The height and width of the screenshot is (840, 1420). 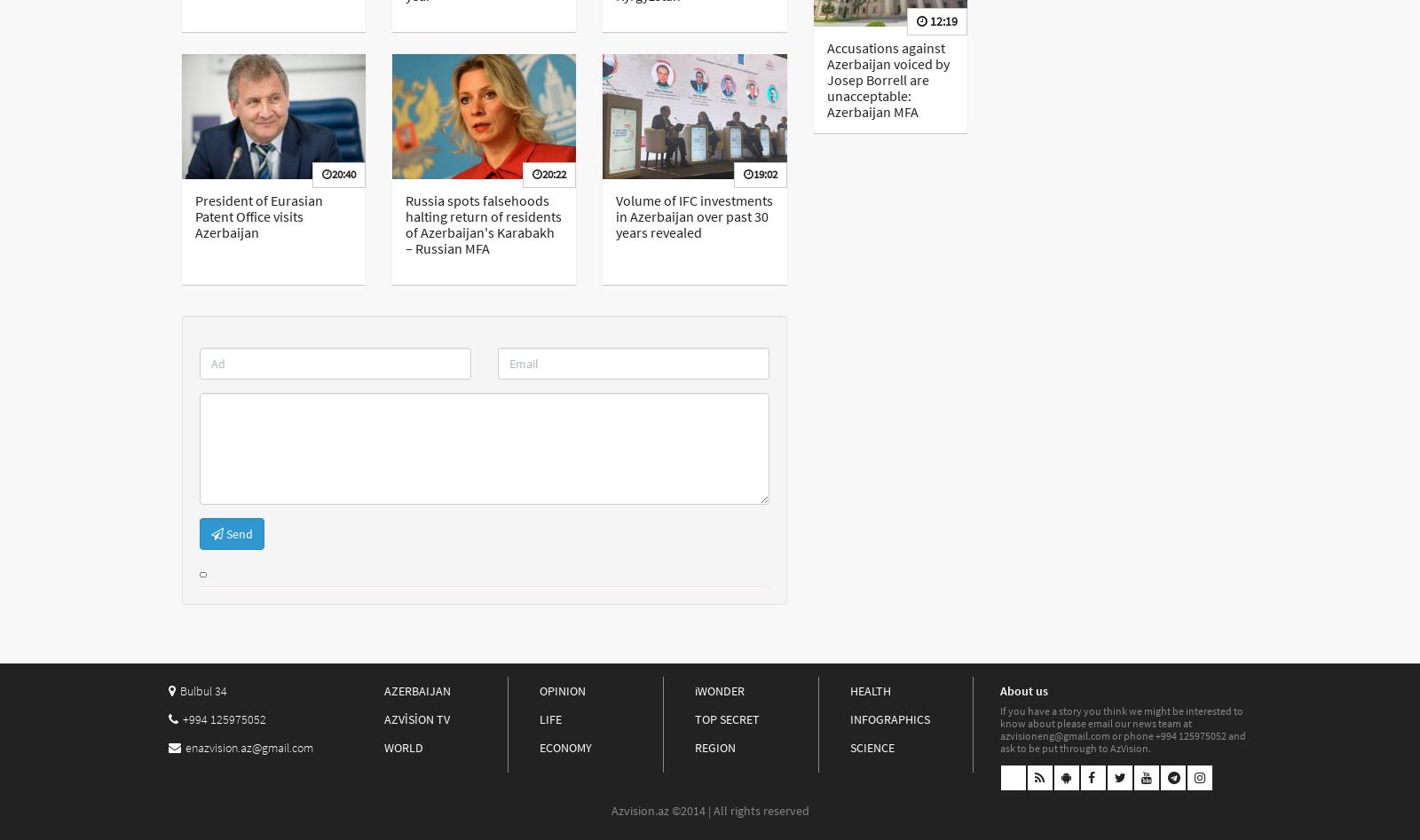 I want to click on 'REGION', so click(x=714, y=748).